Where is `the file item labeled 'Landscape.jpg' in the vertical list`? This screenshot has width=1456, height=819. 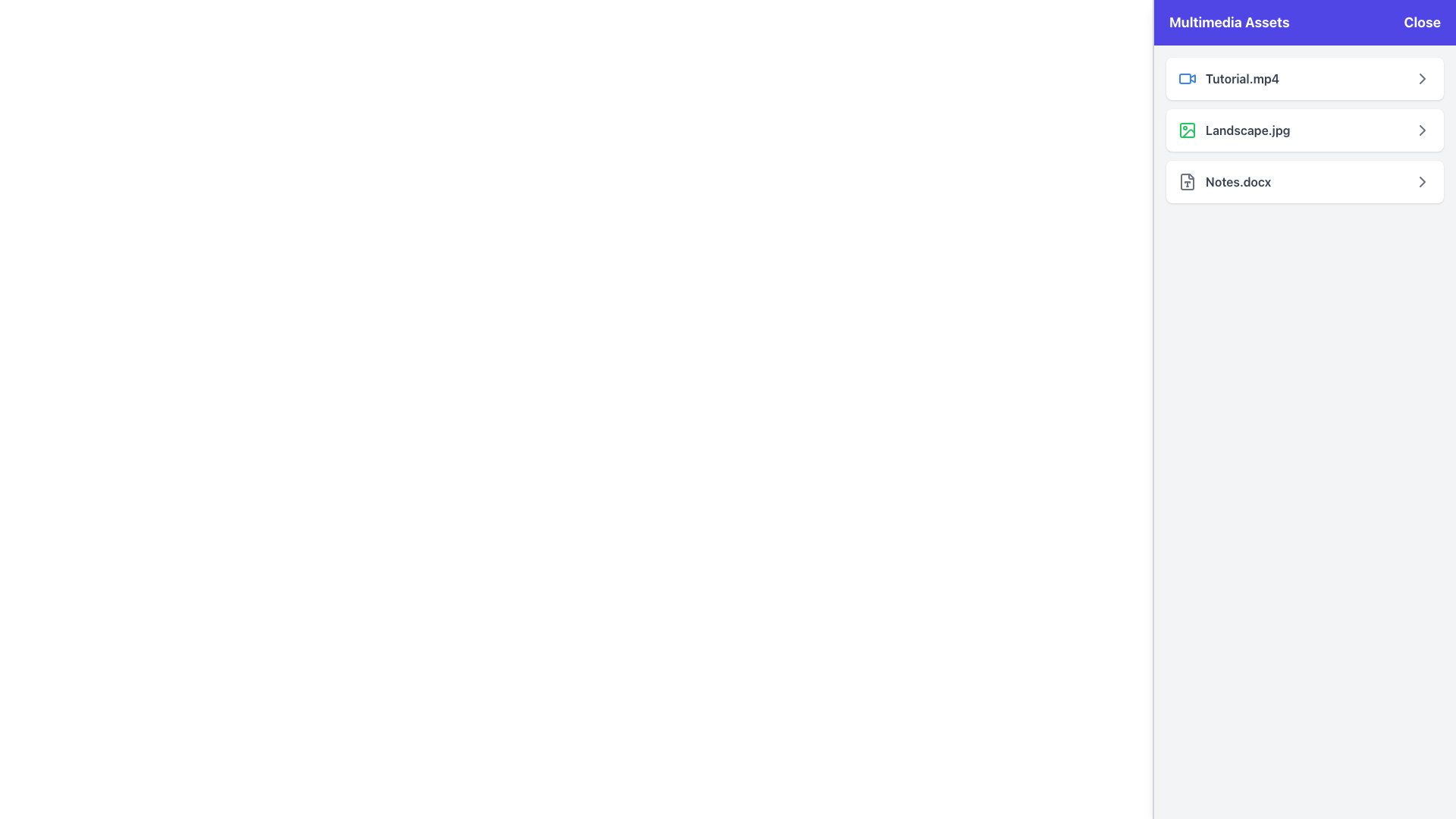
the file item labeled 'Landscape.jpg' in the vertical list is located at coordinates (1304, 130).